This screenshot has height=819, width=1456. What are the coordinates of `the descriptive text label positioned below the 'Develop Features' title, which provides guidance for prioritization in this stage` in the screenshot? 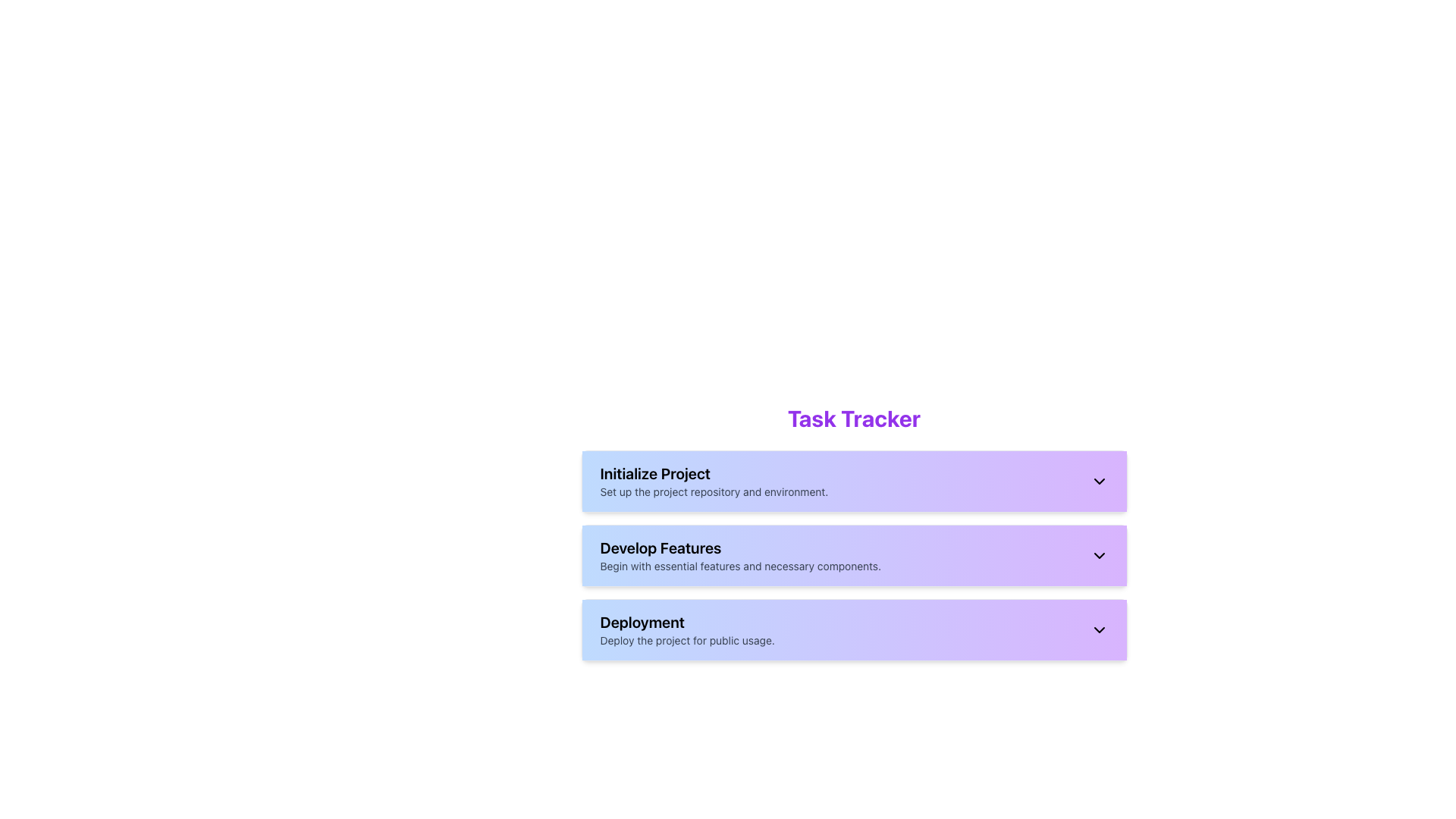 It's located at (740, 566).